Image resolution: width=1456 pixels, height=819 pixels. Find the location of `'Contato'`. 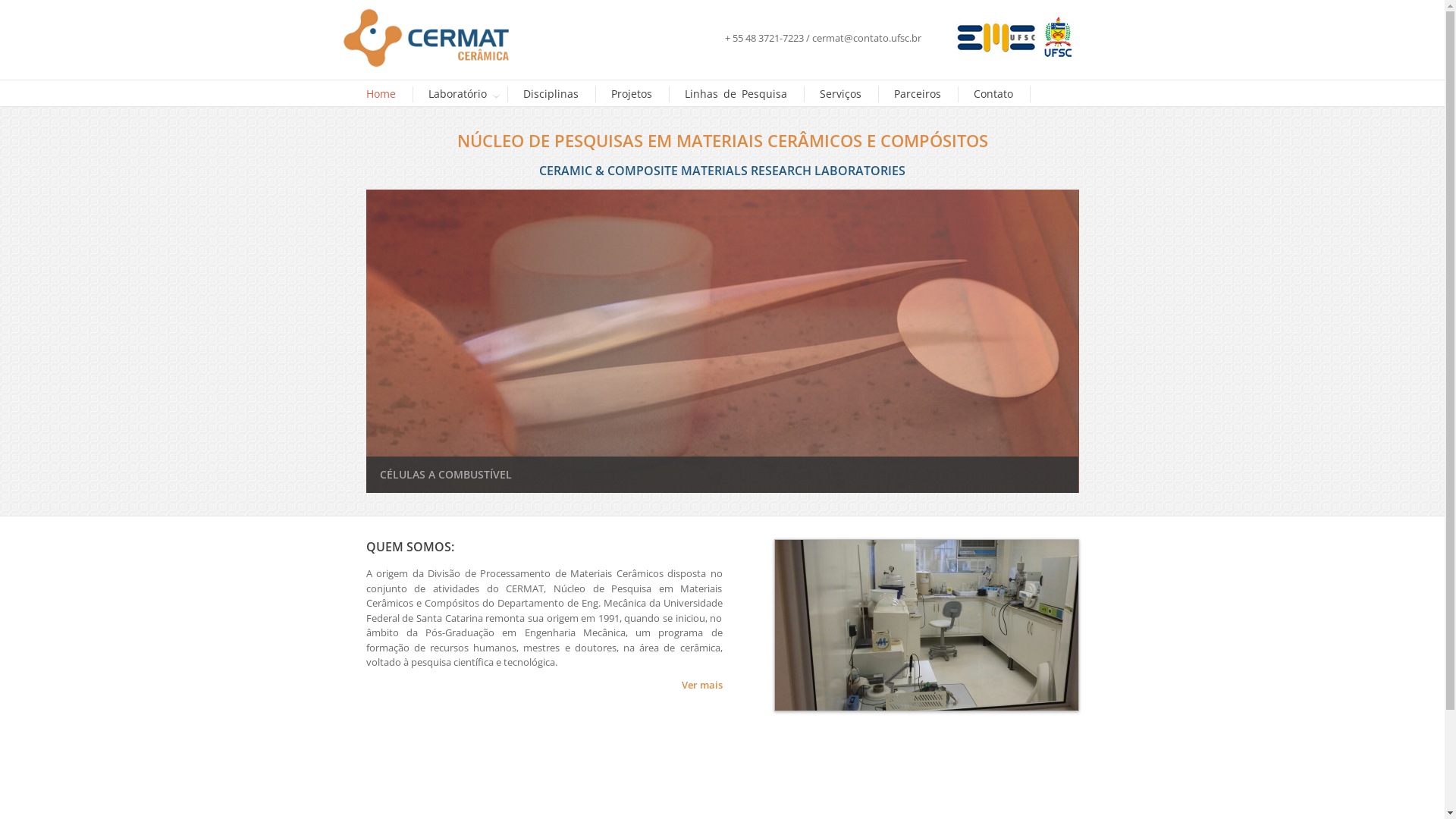

'Contato' is located at coordinates (993, 93).